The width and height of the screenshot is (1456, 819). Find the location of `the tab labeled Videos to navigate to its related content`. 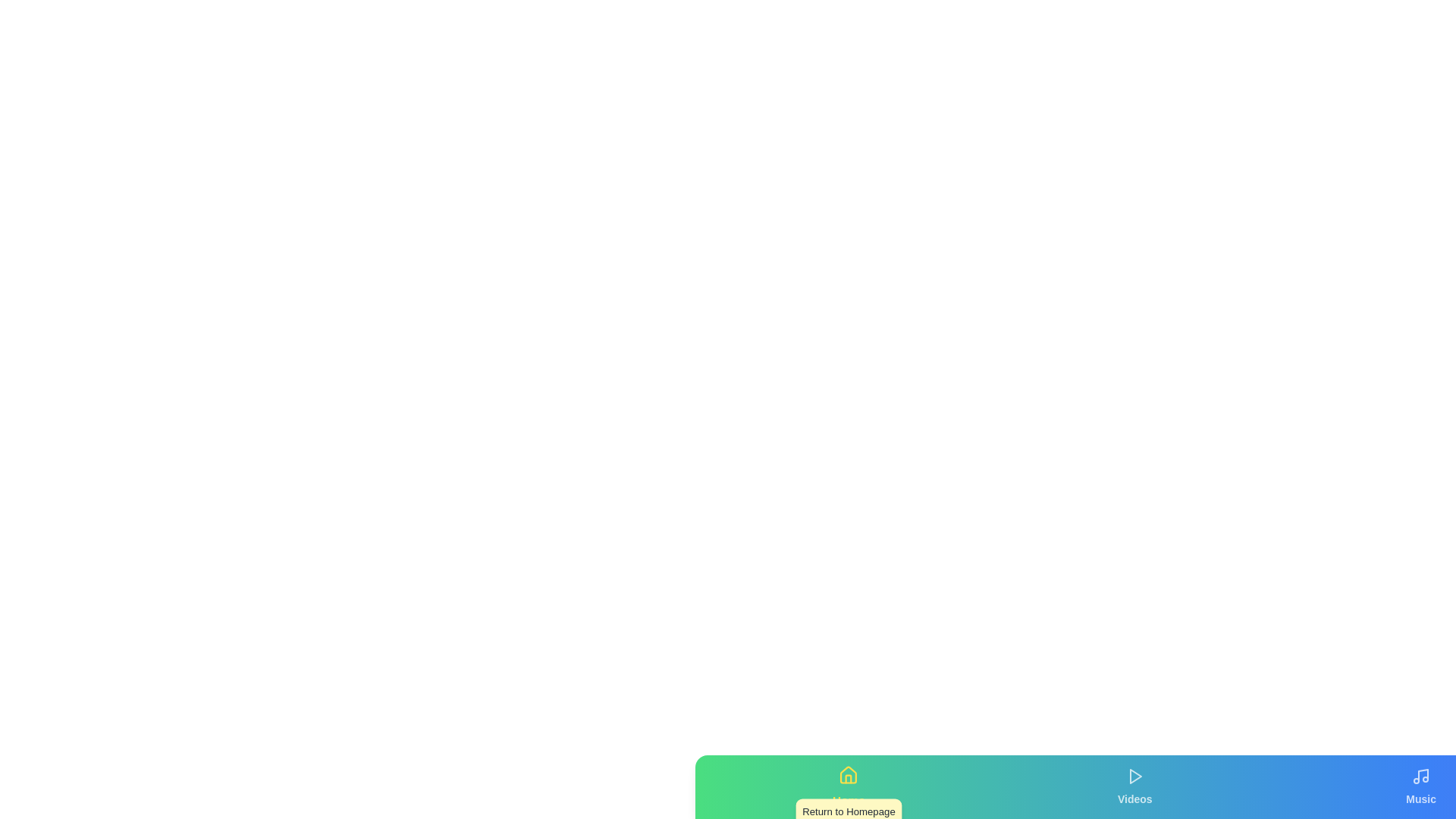

the tab labeled Videos to navigate to its related content is located at coordinates (1134, 786).